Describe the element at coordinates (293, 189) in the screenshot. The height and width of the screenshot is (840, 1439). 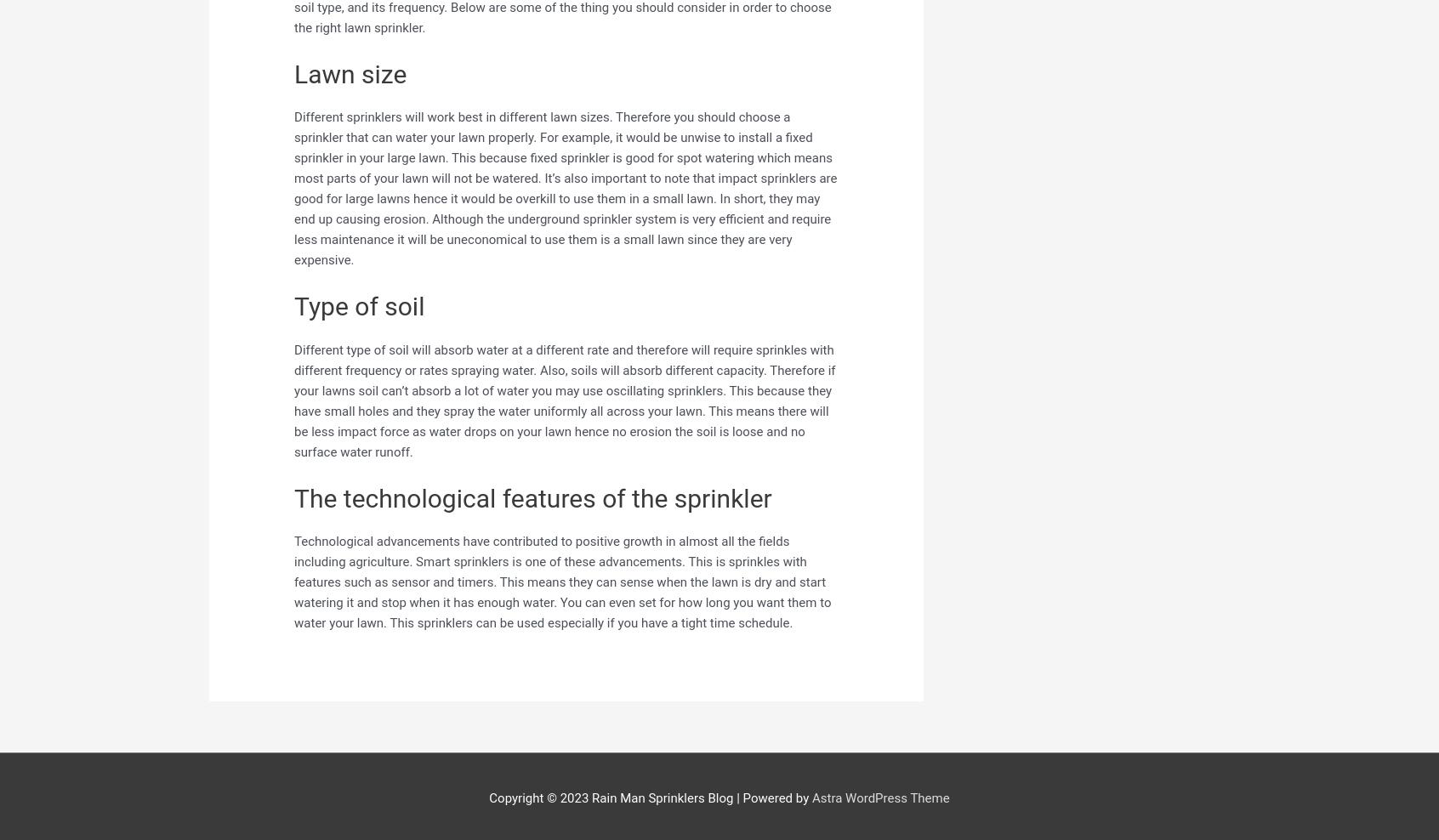
I see `'Different sprinklers will work best in different lawn sizes. Therefore you should choose a sprinkler that can water your lawn properly. For example, it would be unwise to install a fixed sprinkler in your large lawn. This because fixed sprinkler is good for spot watering which means most parts of your lawn will not be watered. It’s also important to note that impact sprinklers are good for large lawns hence it would be overkill to use them in a small lawn. In short, they may end up causing erosion. Although the underground sprinkler system is very efficient and require less maintenance it will be uneconomical to use them is a small lawn since they are very expensive.'` at that location.